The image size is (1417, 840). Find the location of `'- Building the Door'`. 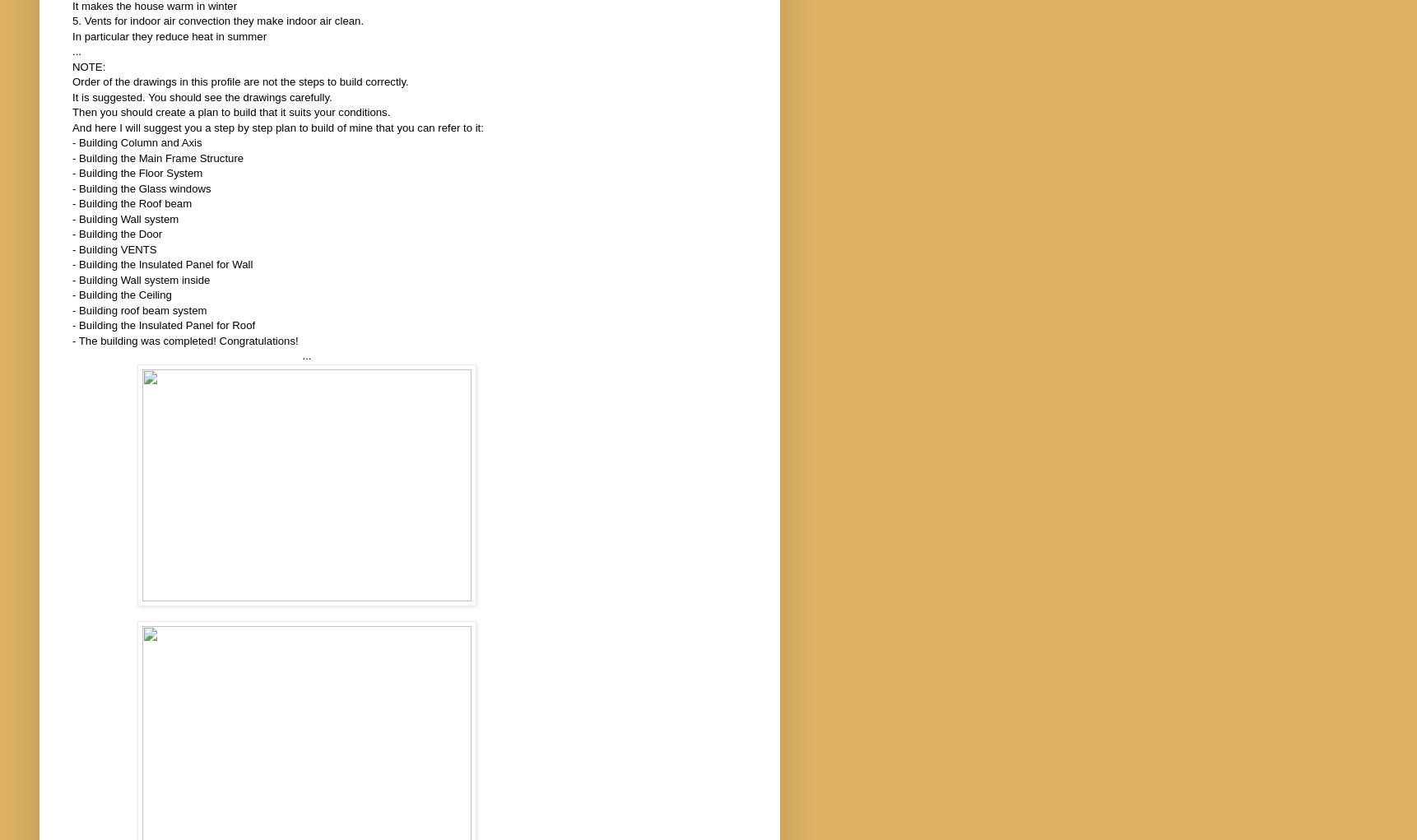

'- Building the Door' is located at coordinates (71, 234).